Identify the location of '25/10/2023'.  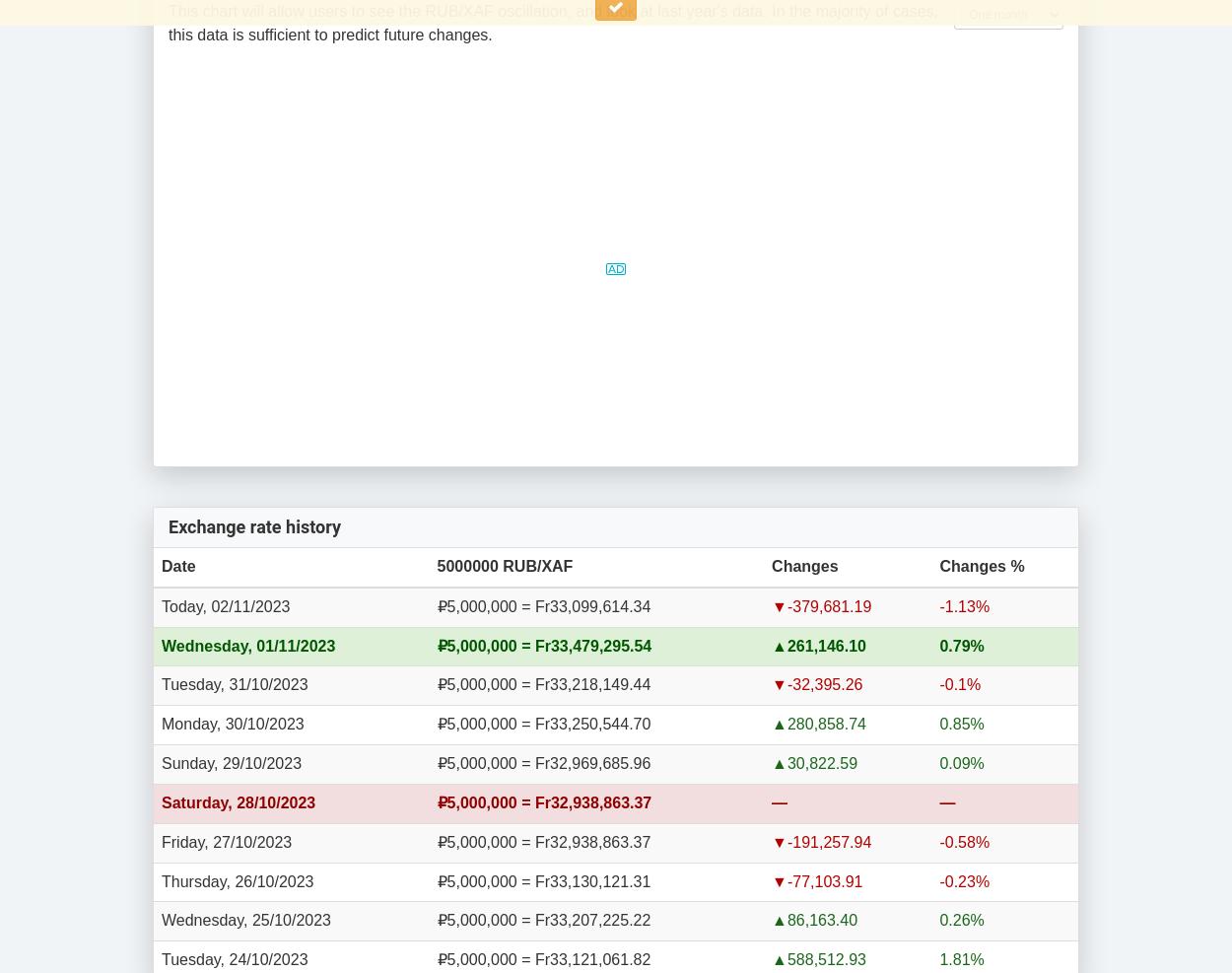
(291, 920).